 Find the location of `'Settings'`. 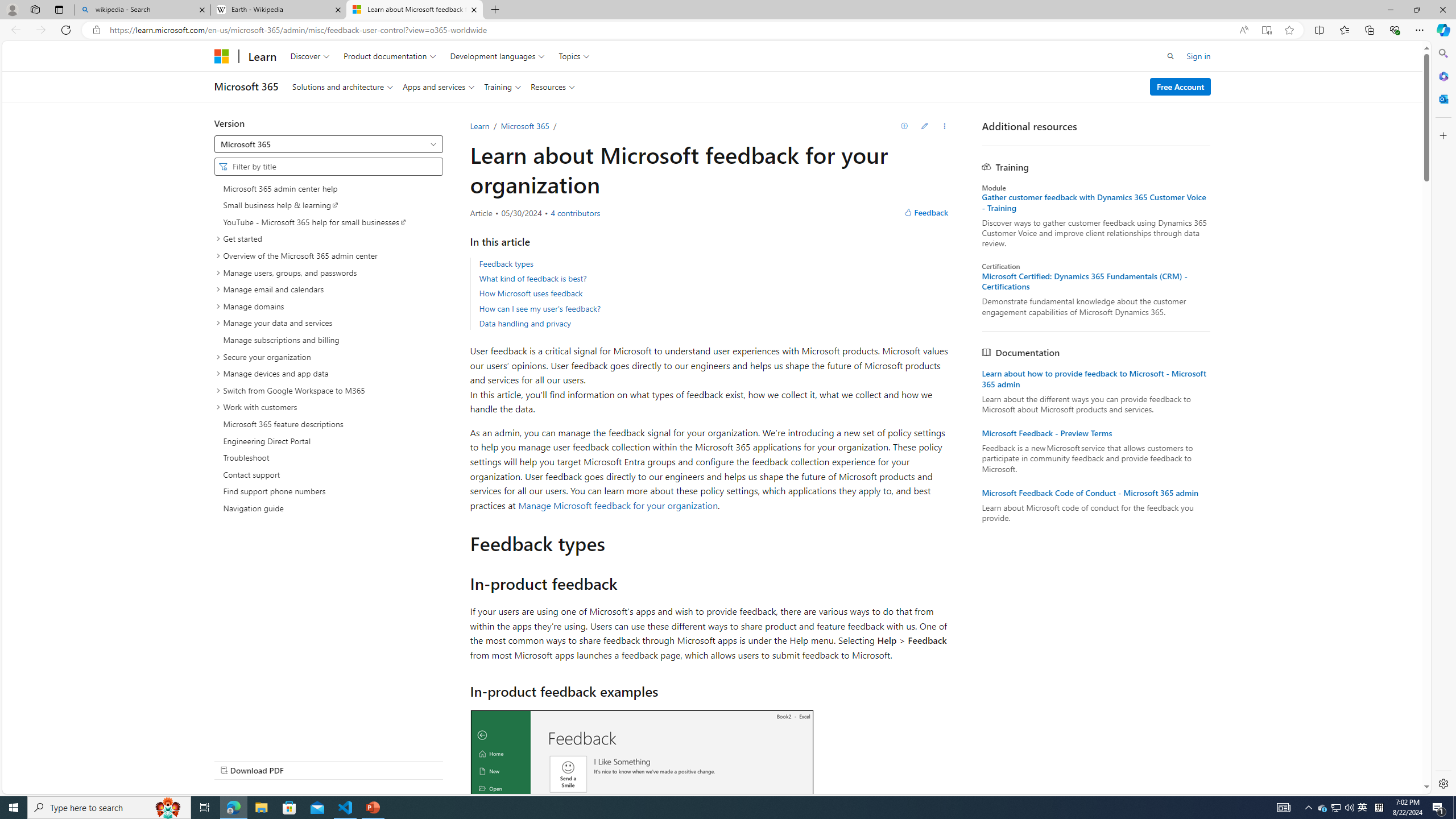

'Settings' is located at coordinates (1442, 783).